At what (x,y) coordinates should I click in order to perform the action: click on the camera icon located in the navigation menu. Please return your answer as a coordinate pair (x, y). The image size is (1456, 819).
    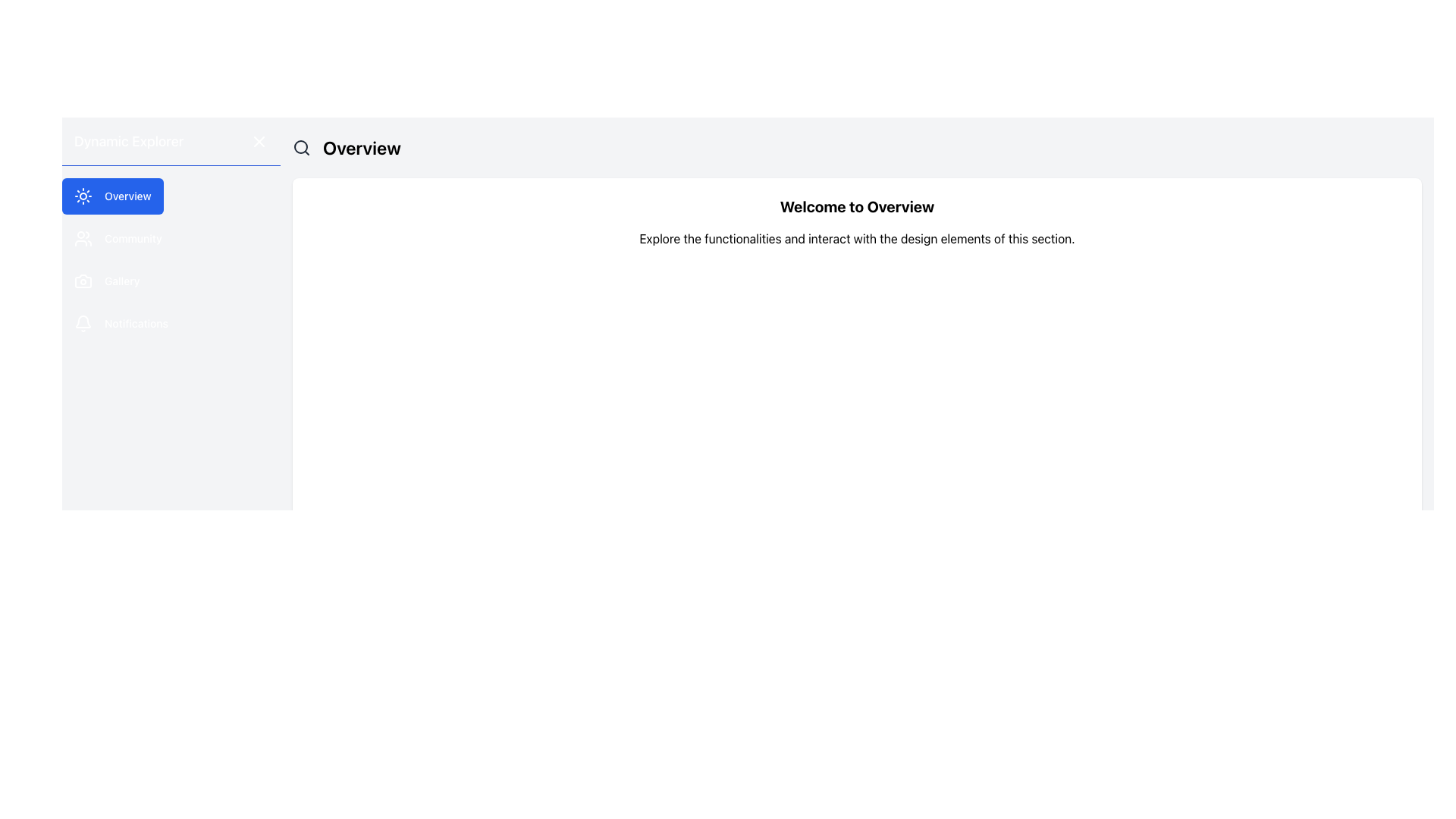
    Looking at the image, I should click on (83, 281).